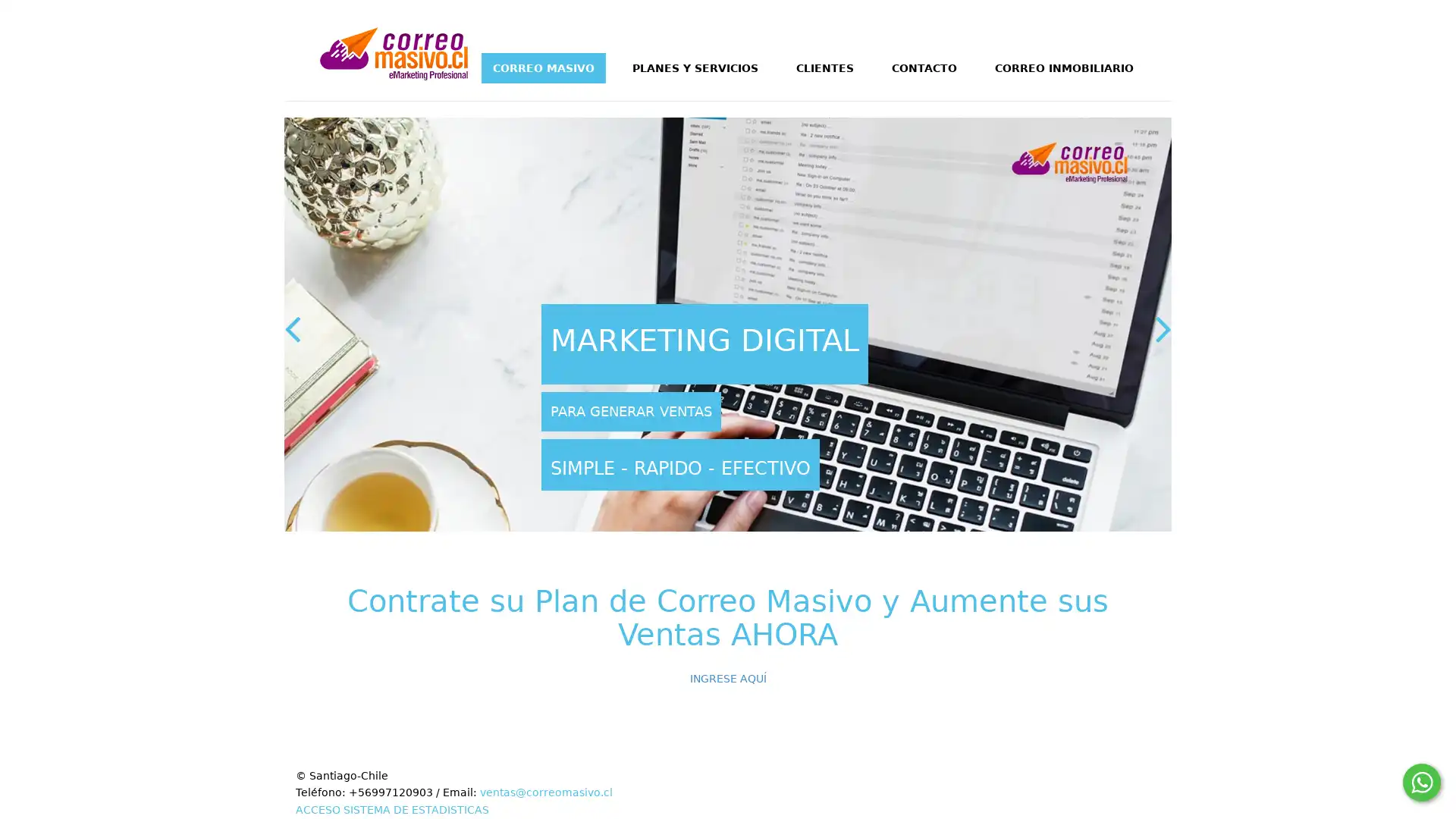 The height and width of the screenshot is (819, 1456). Describe the element at coordinates (704, 344) in the screenshot. I see `MARKETING DIGITAL` at that location.